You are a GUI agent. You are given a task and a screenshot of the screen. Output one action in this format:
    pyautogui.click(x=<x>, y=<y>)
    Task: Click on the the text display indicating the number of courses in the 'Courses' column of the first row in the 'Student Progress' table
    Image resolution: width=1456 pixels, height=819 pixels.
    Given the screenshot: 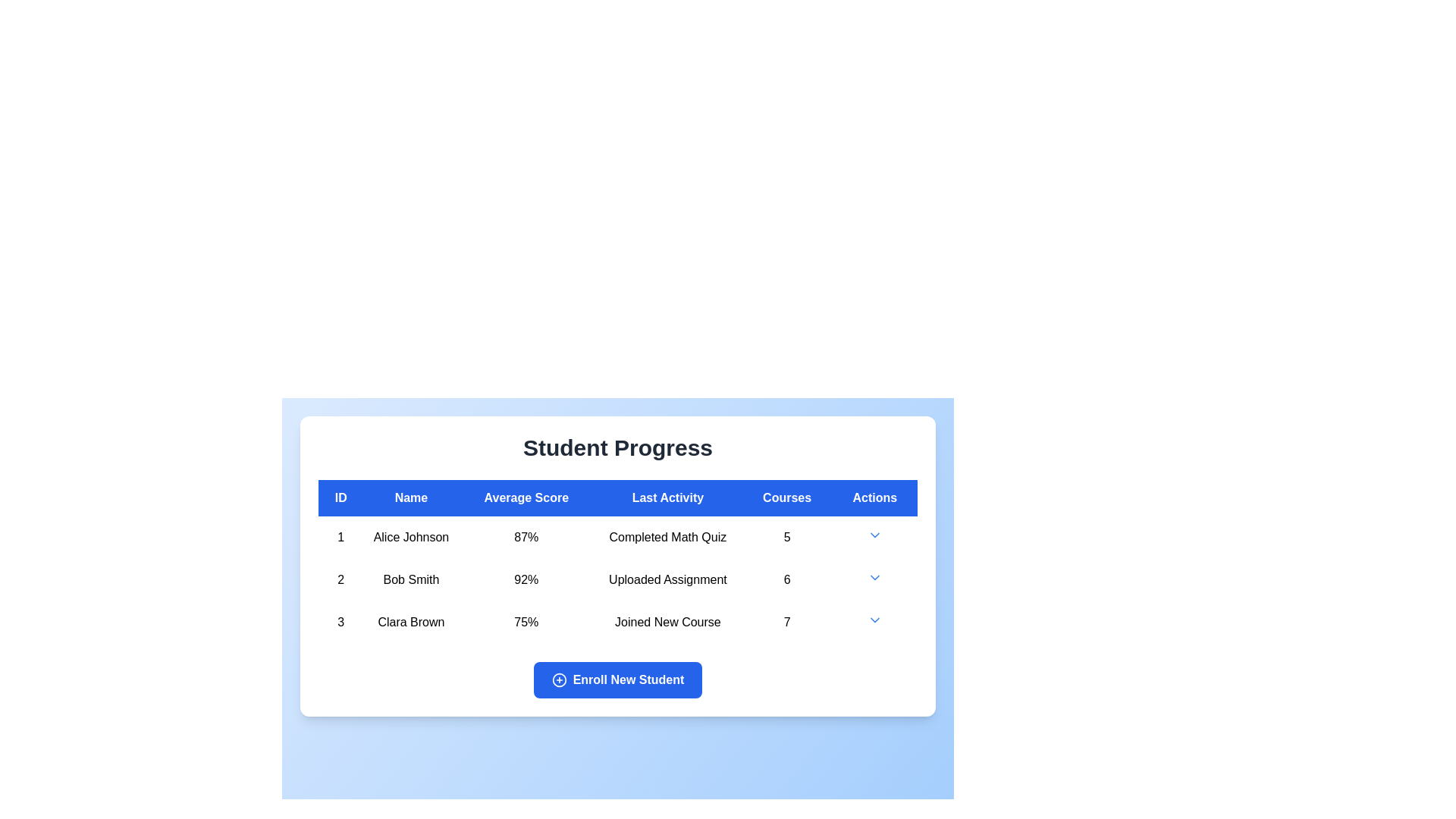 What is the action you would take?
    pyautogui.click(x=787, y=537)
    